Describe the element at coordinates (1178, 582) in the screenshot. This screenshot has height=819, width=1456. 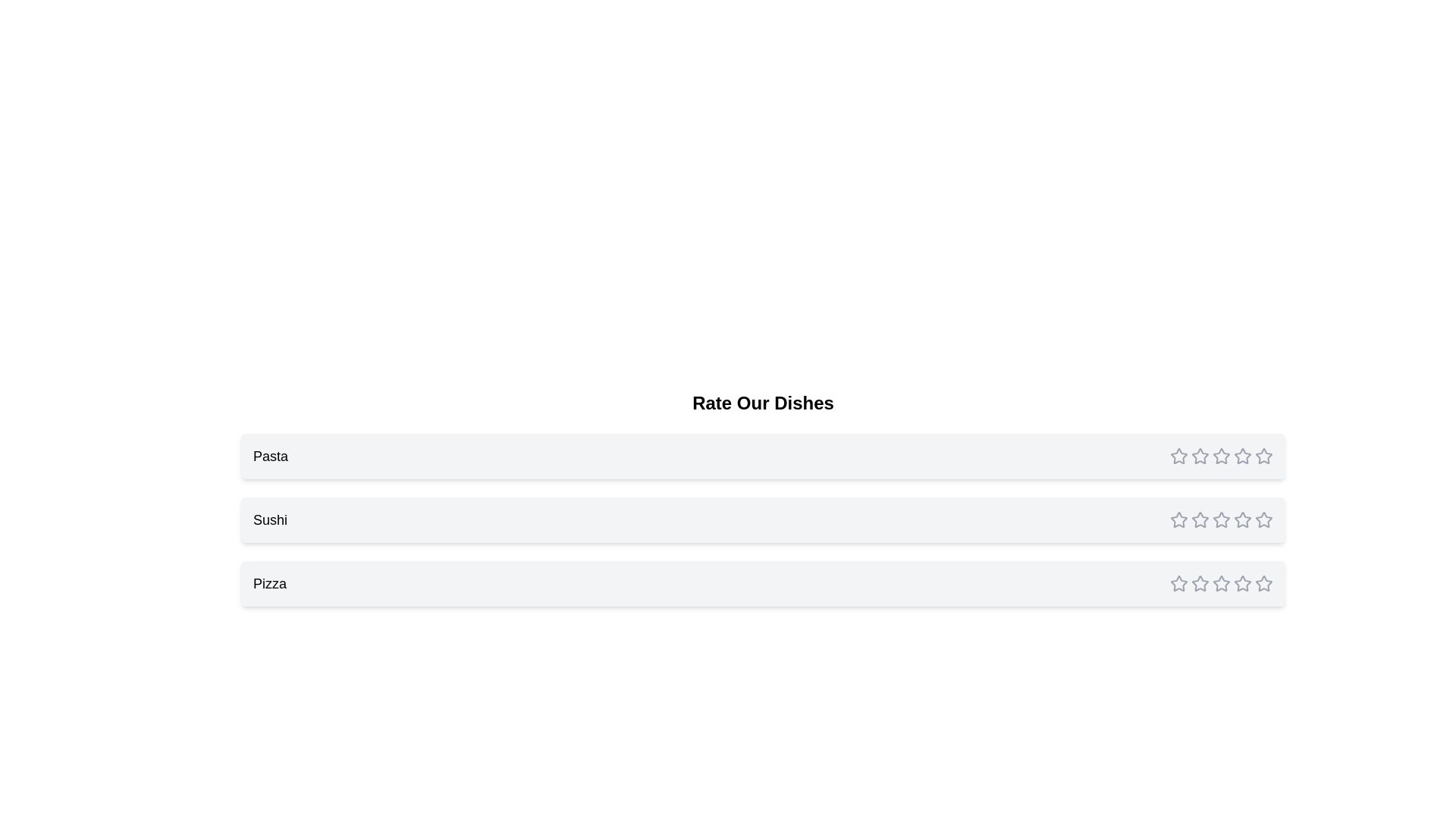
I see `the first rating star icon for 'Pizza' to change its visual state` at that location.